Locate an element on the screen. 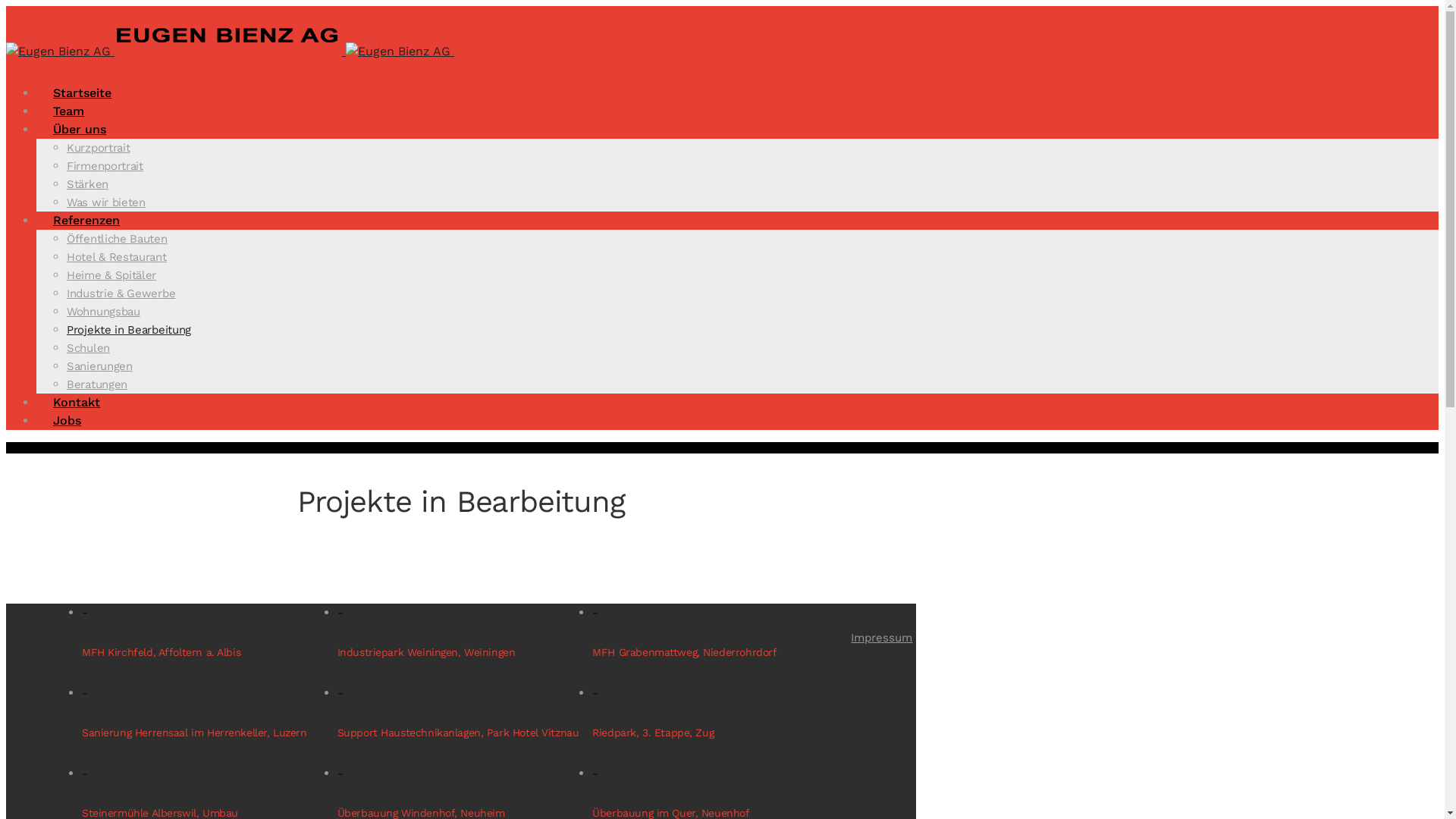 Image resolution: width=1456 pixels, height=819 pixels. 'Team' is located at coordinates (67, 110).